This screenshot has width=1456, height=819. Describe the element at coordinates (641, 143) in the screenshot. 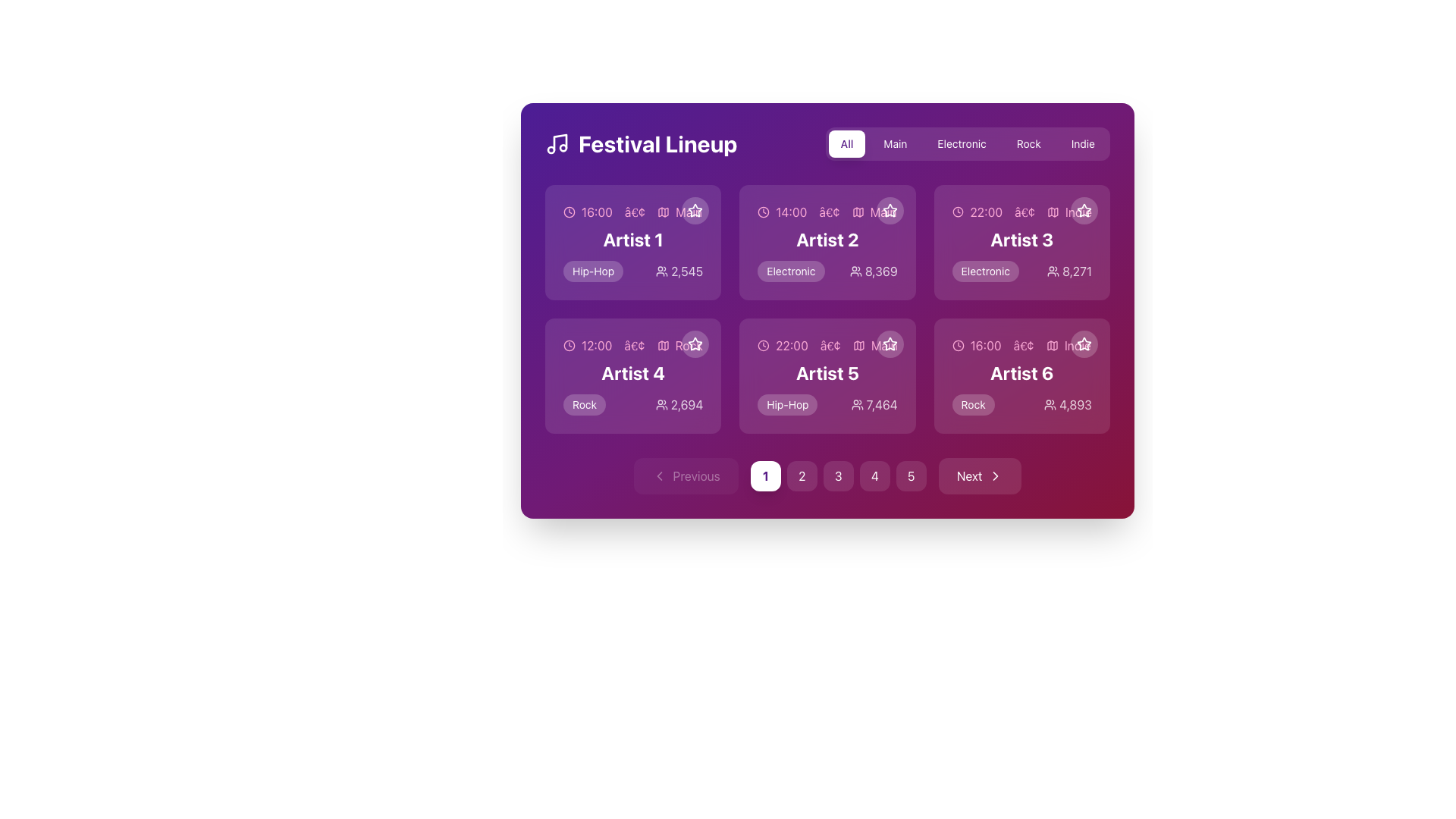

I see `the 'Festival Lineup' header text with a musical note icon, which is prominently displayed in bold white font against a purple background, located at the top-left corner of the content box` at that location.